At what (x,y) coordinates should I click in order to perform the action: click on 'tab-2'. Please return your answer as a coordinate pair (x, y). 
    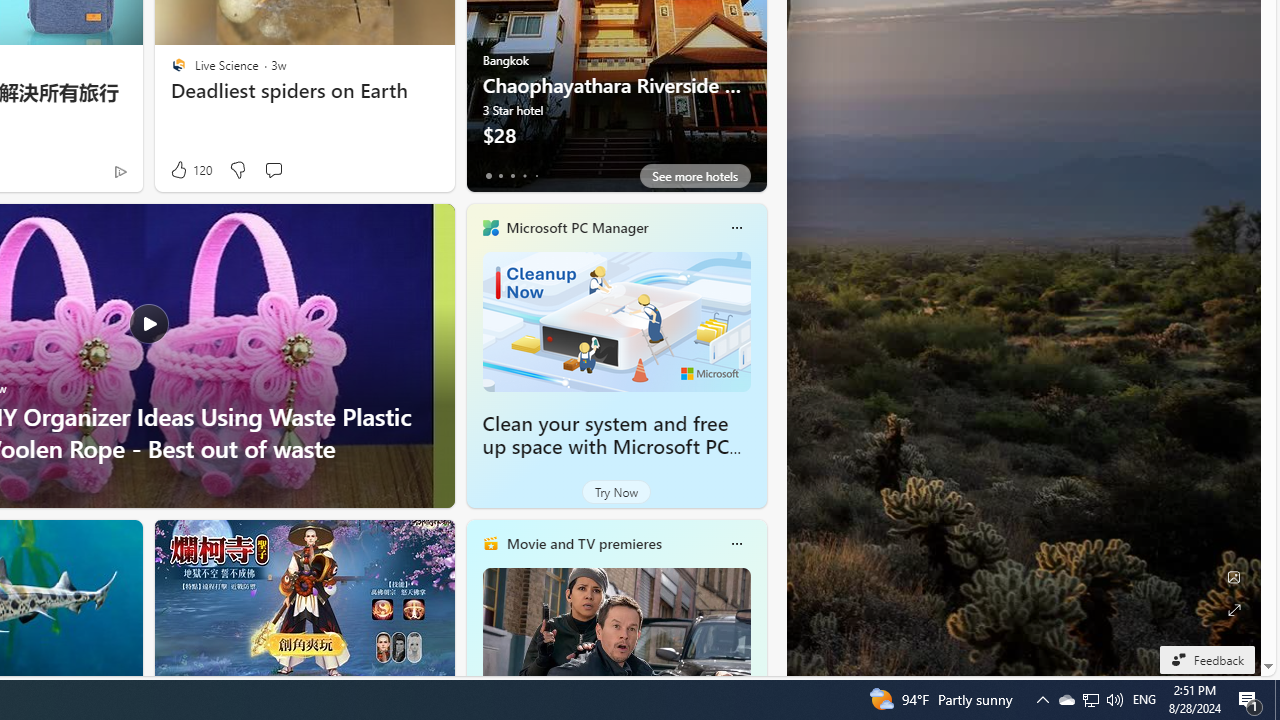
    Looking at the image, I should click on (512, 175).